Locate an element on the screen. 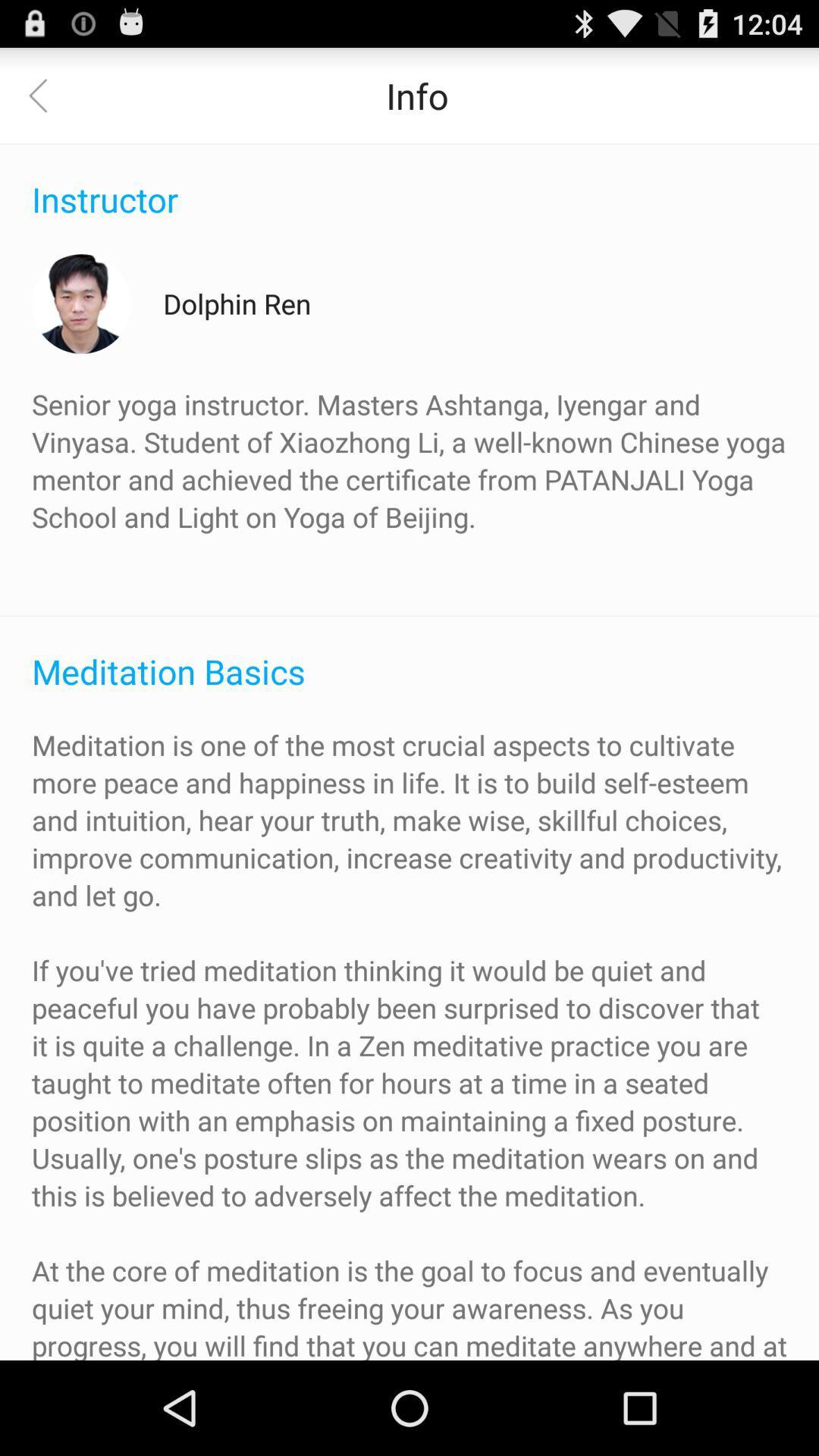 This screenshot has height=1456, width=819. the item to the left of info item is located at coordinates (46, 94).